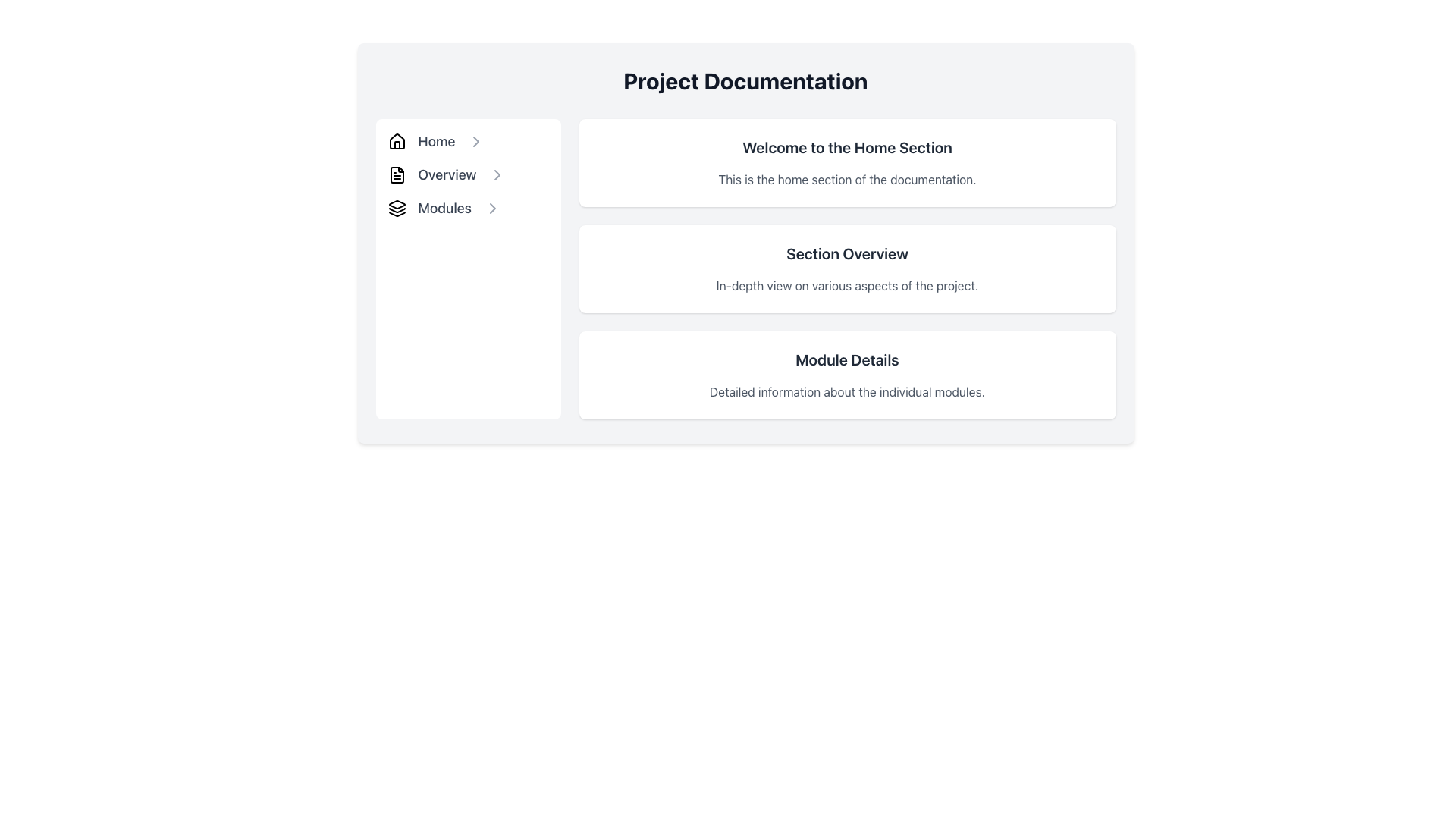 Image resolution: width=1456 pixels, height=819 pixels. Describe the element at coordinates (745, 81) in the screenshot. I see `the large, bold, center-aligned heading text reading 'Project Documentation'` at that location.